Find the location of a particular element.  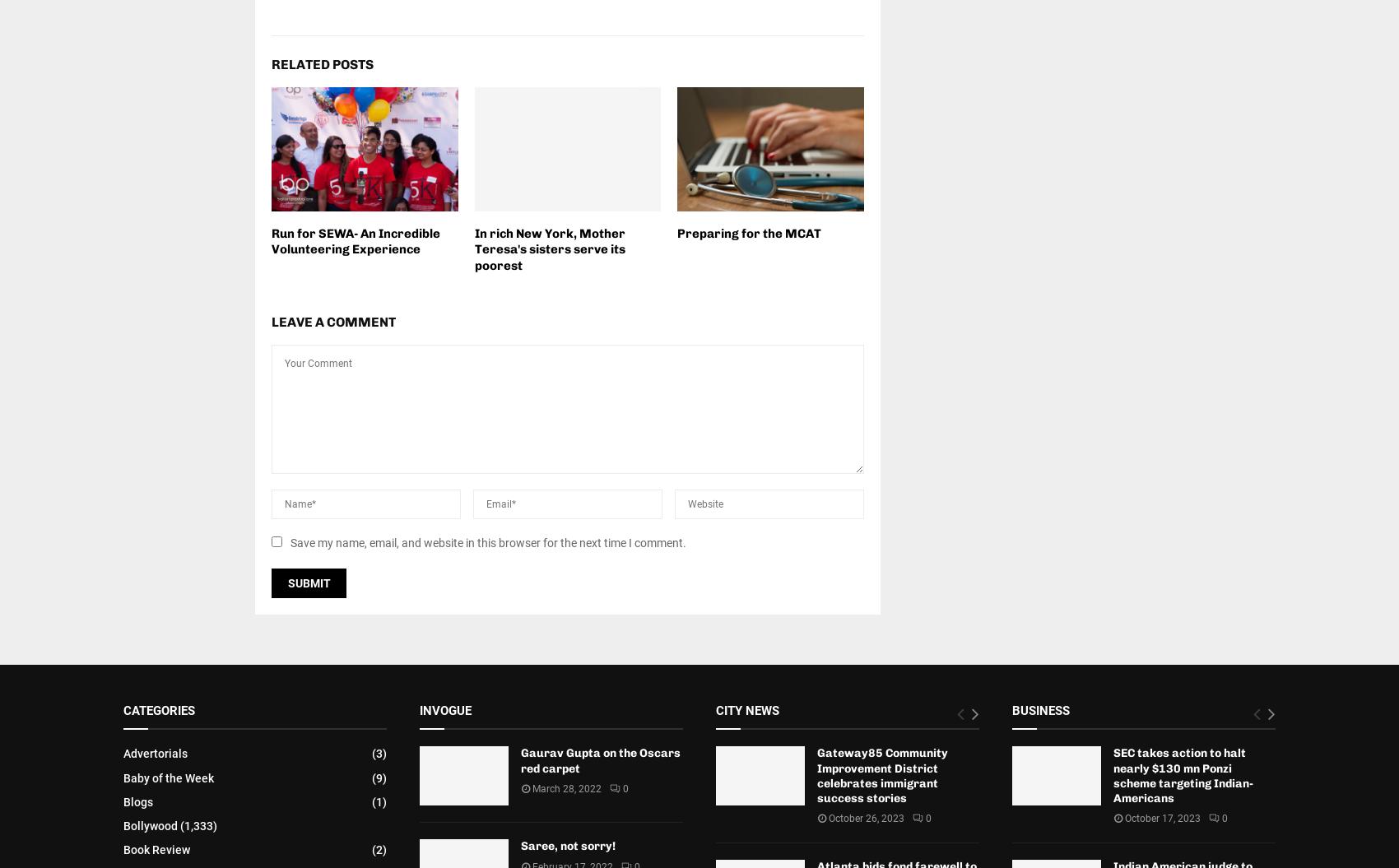

'(3)' is located at coordinates (379, 752).